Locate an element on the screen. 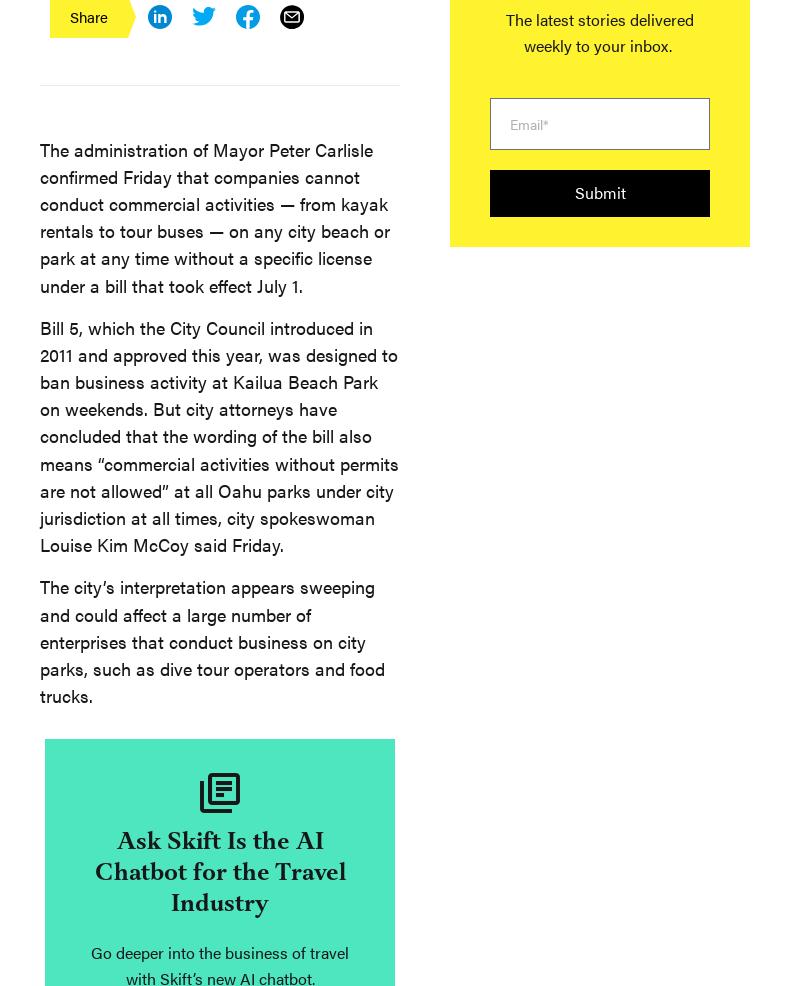 This screenshot has height=986, width=800. 'Sean O'Neill | 1 week ago' is located at coordinates (100, 330).